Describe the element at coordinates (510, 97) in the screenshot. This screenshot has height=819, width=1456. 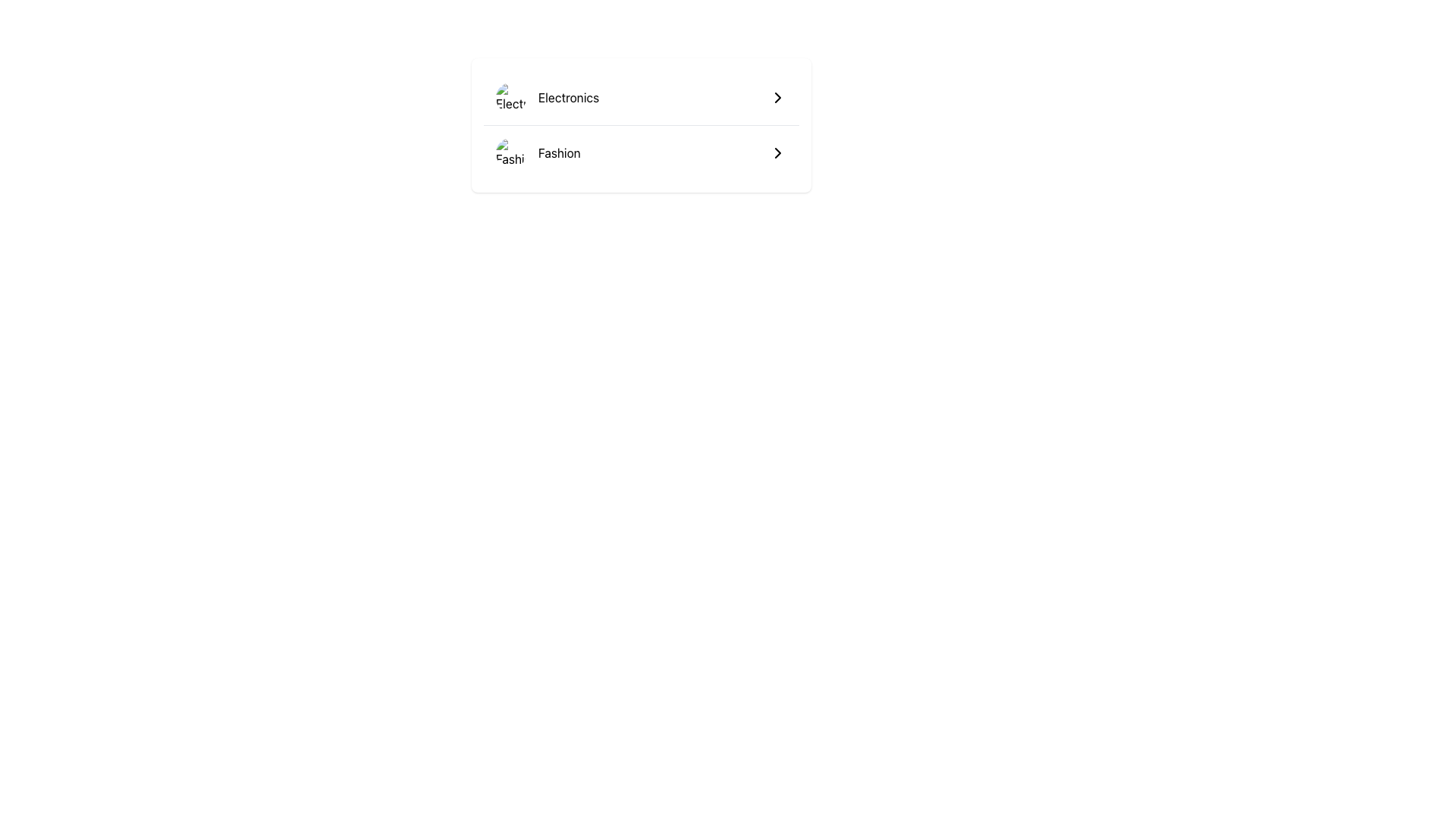
I see `the circular icon representing the 'Electronics' category, which is the leftmost element in a row containing the label 'Electronics'` at that location.